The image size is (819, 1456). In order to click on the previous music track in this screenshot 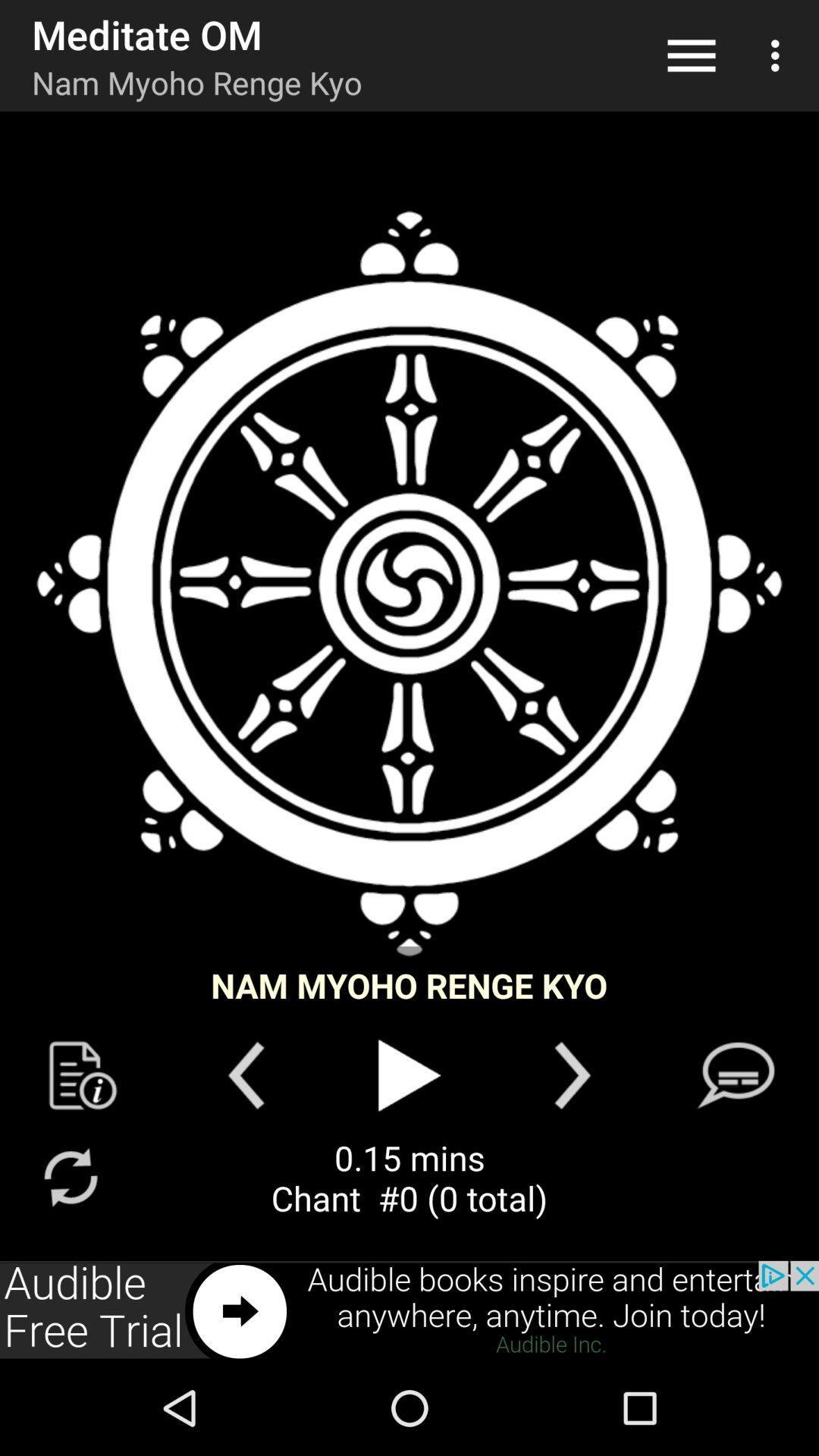, I will do `click(245, 1075)`.